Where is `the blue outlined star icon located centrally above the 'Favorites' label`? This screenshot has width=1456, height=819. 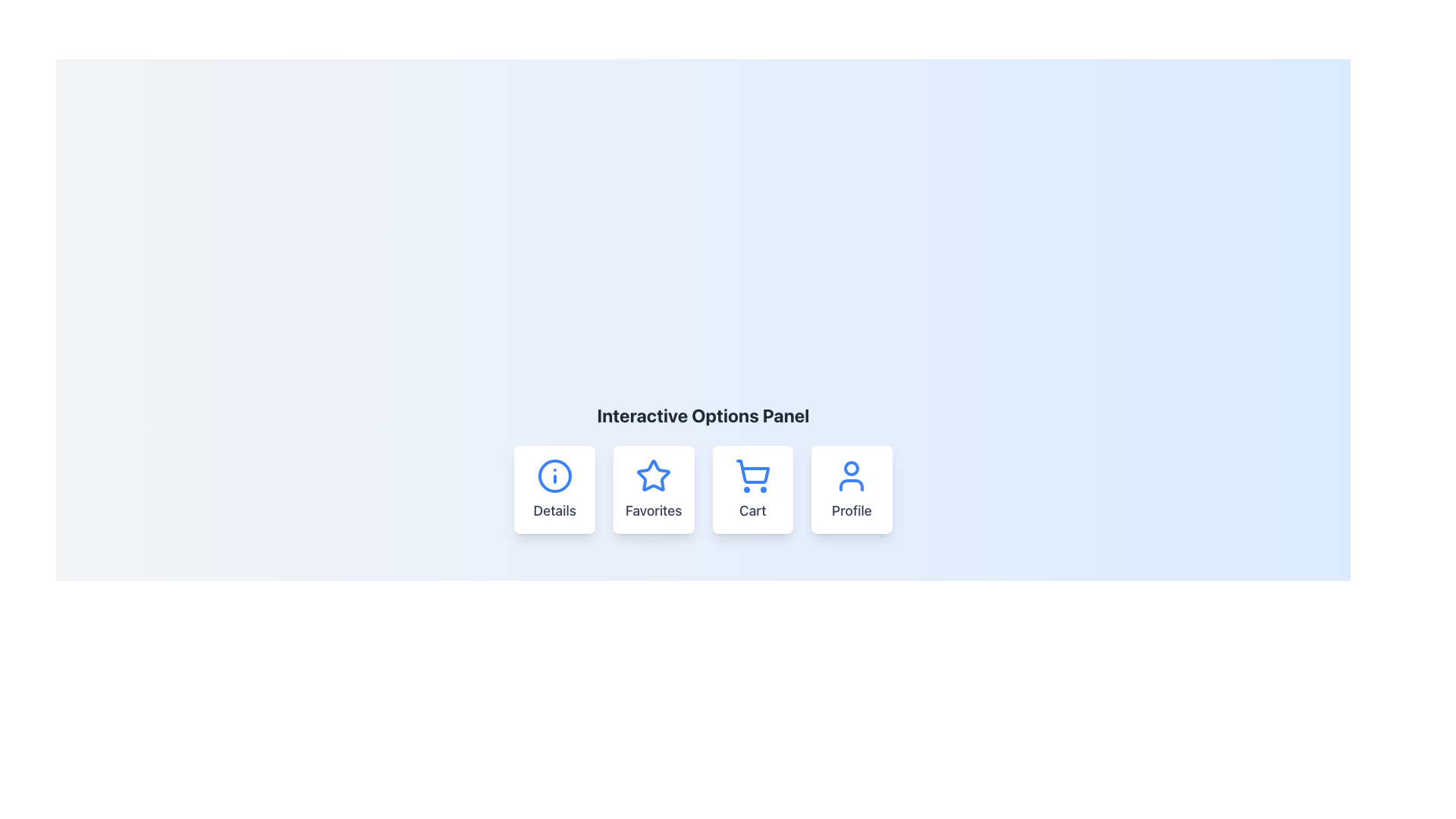
the blue outlined star icon located centrally above the 'Favorites' label is located at coordinates (654, 475).